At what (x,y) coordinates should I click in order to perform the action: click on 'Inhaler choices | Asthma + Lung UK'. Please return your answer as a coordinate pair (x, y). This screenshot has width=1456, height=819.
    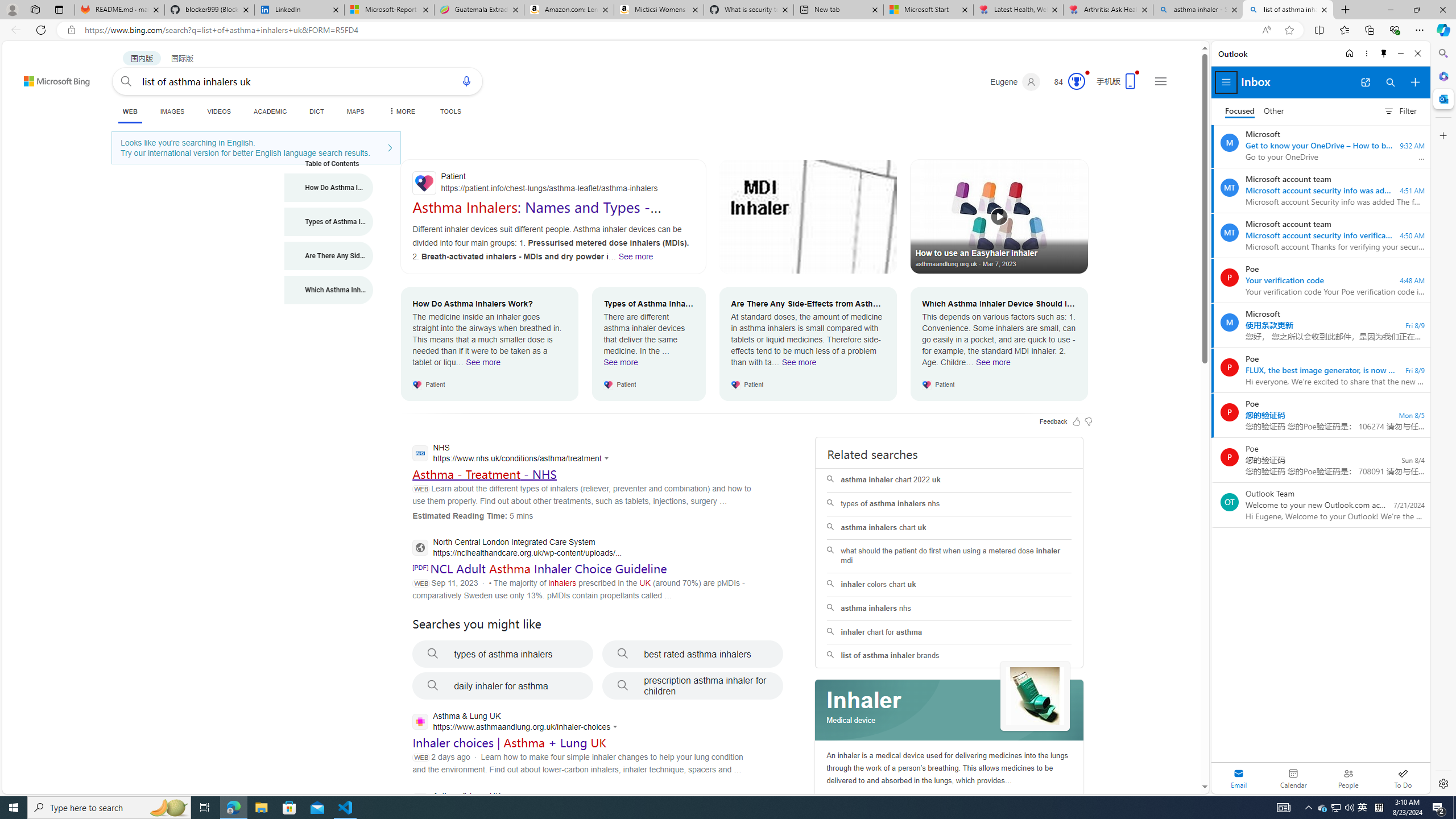
    Looking at the image, I should click on (510, 742).